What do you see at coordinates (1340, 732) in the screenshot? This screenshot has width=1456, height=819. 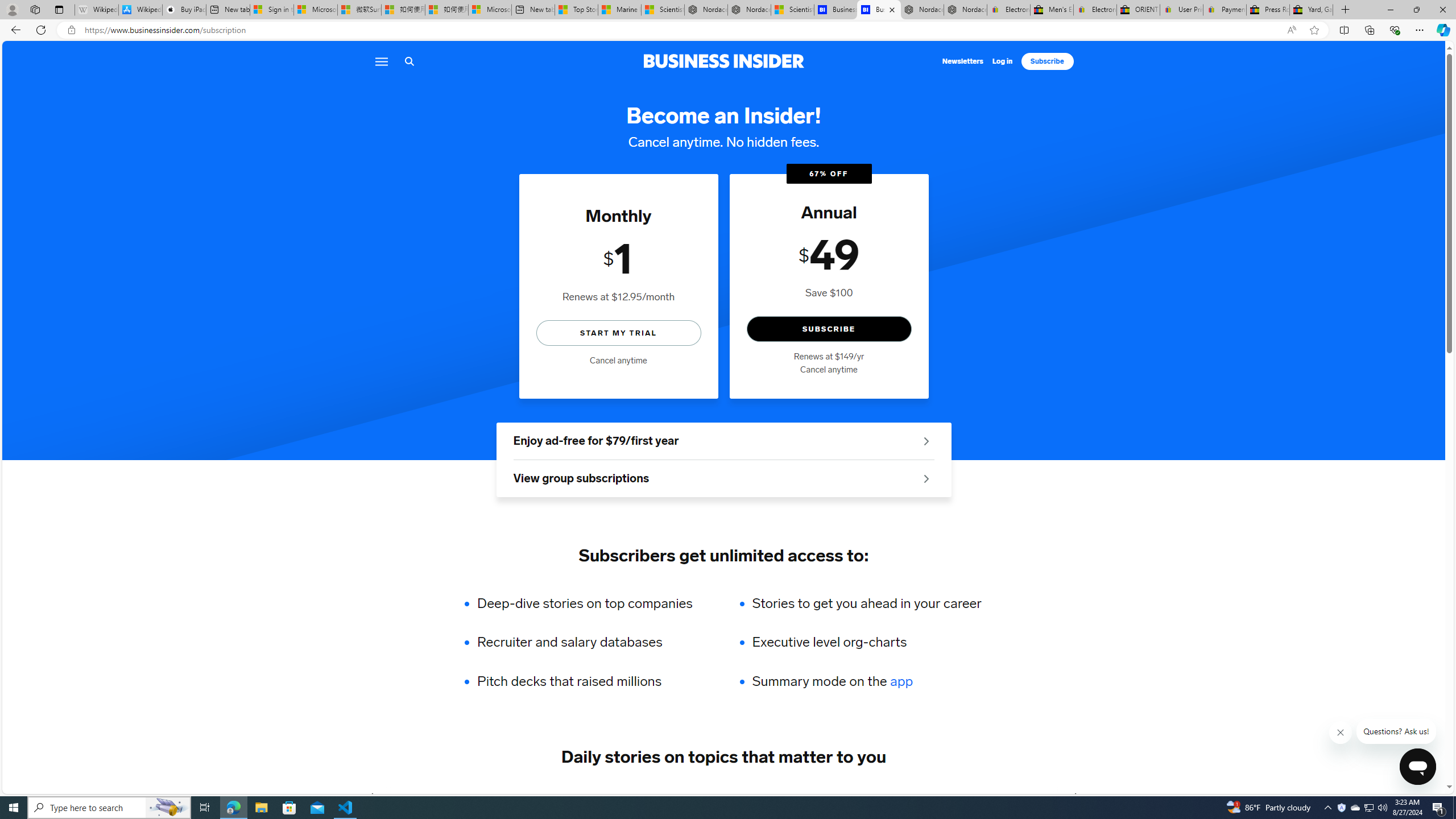 I see `'Class: sc-1uf0igr-1 fjHZYk'` at bounding box center [1340, 732].